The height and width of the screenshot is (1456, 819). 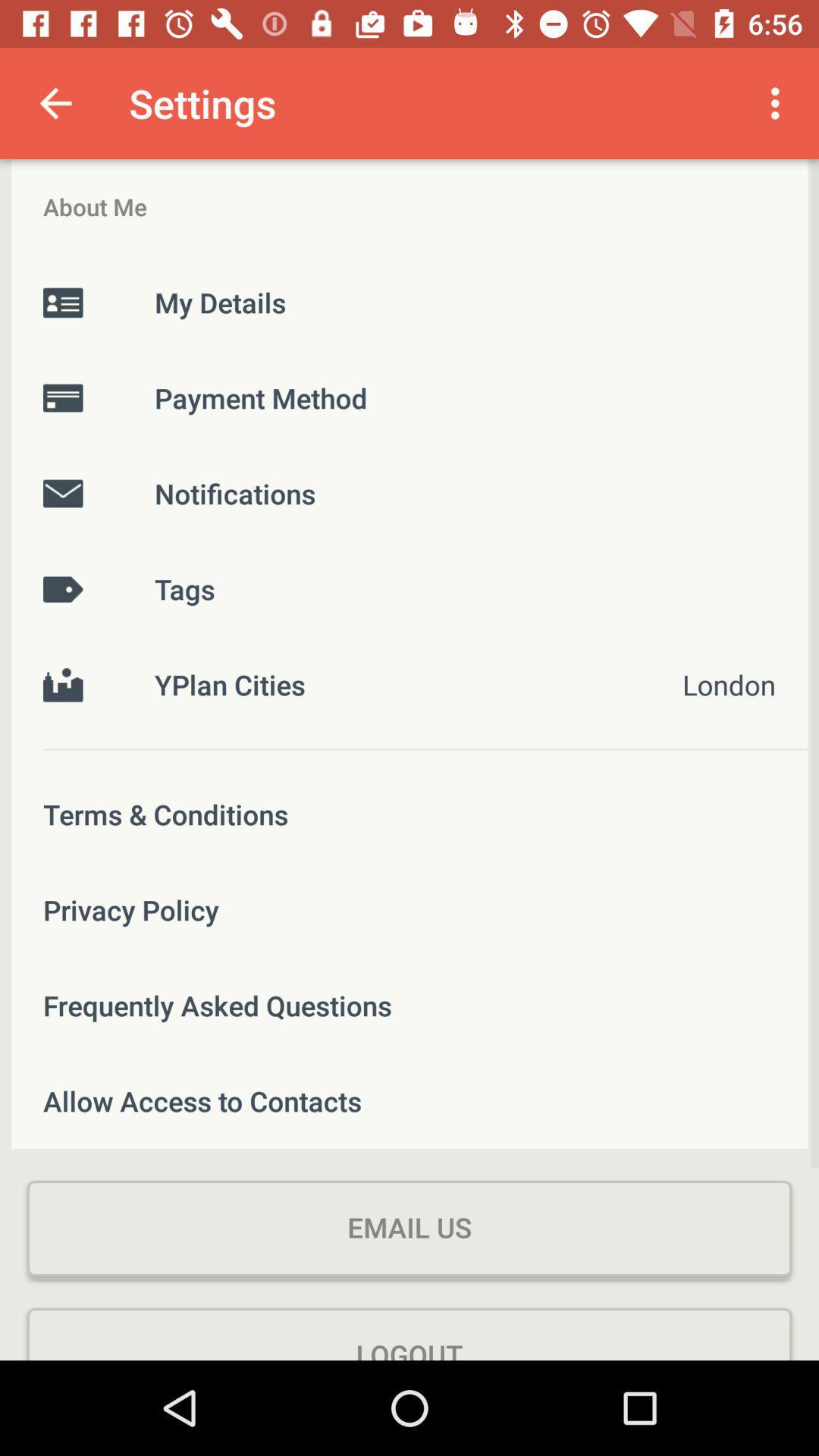 I want to click on the logout, so click(x=409, y=1333).